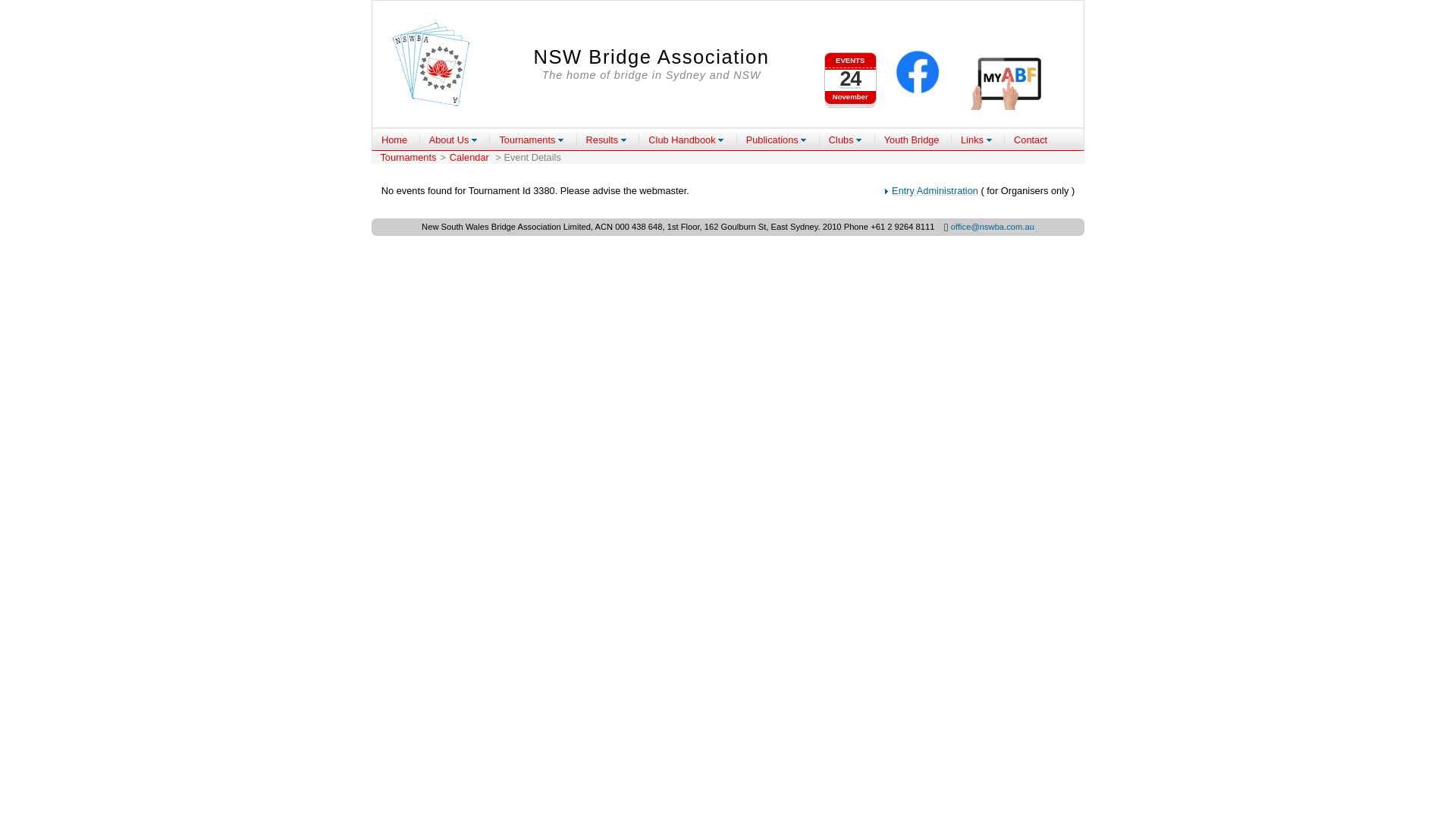 The image size is (1456, 819). I want to click on 'Contact', so click(1030, 140).